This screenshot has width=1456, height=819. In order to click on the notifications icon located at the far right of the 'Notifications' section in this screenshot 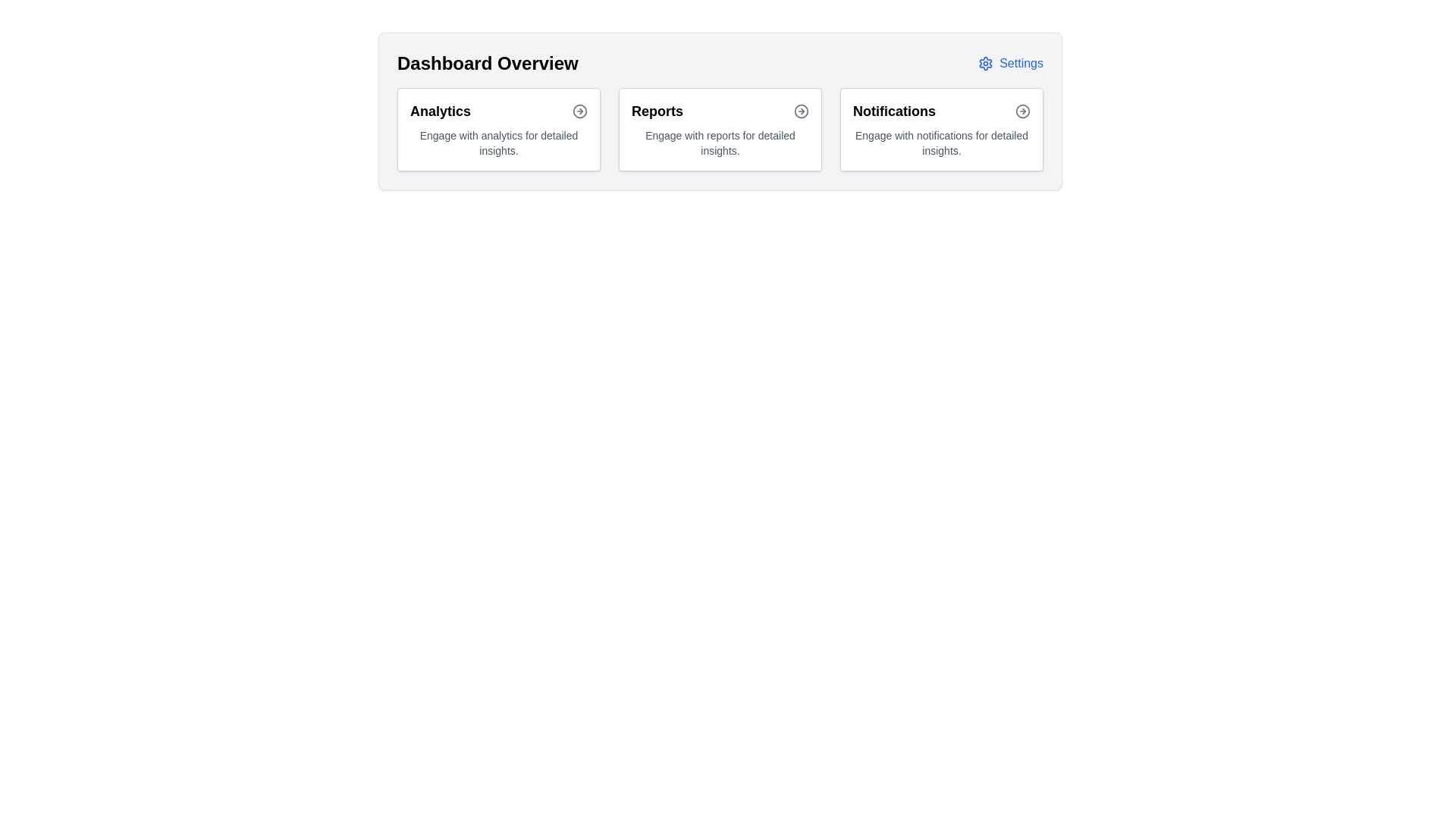, I will do `click(1022, 110)`.